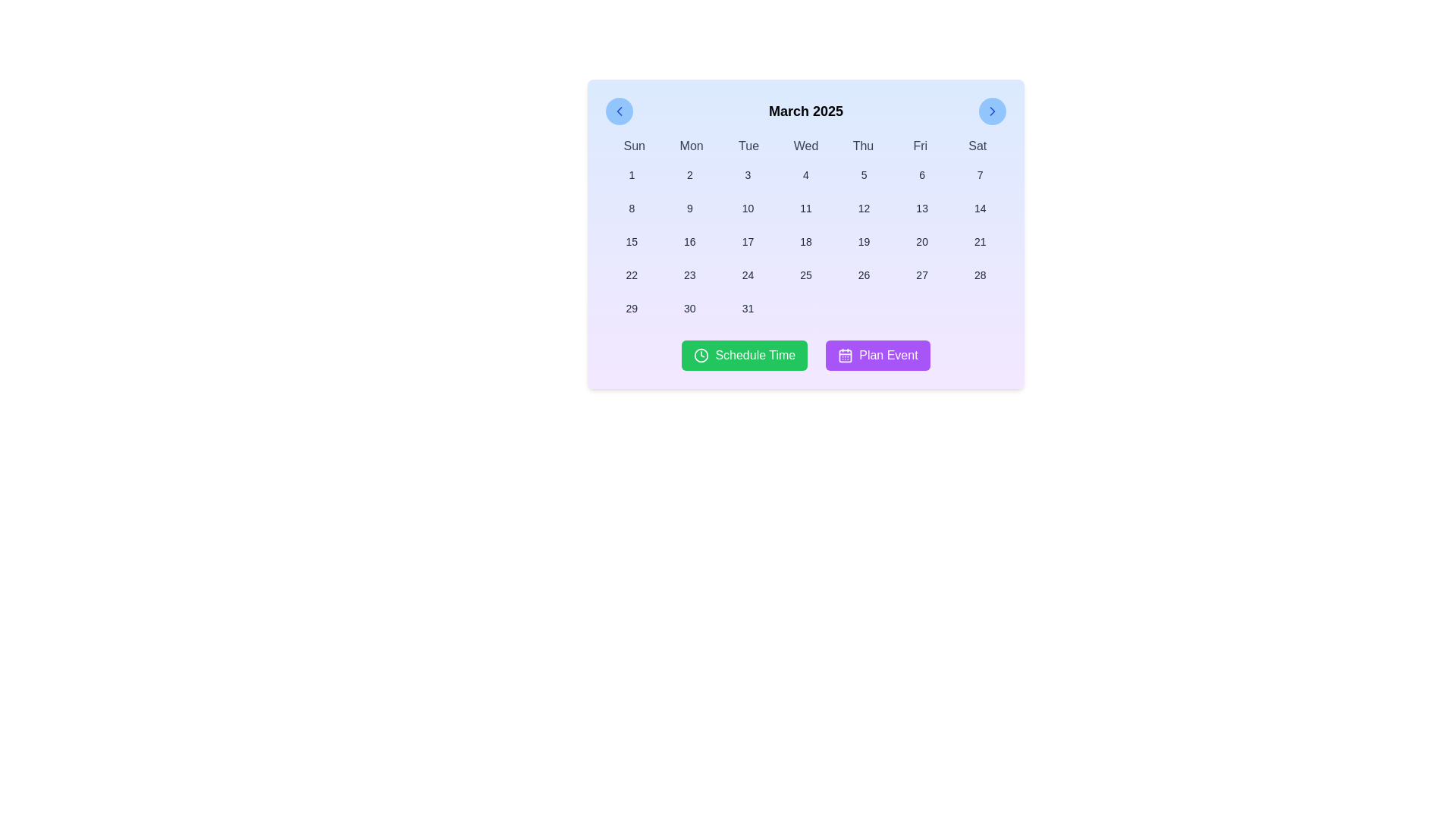 The width and height of the screenshot is (1456, 819). Describe the element at coordinates (921, 241) in the screenshot. I see `the interactive calendar date button representing the date '20'` at that location.